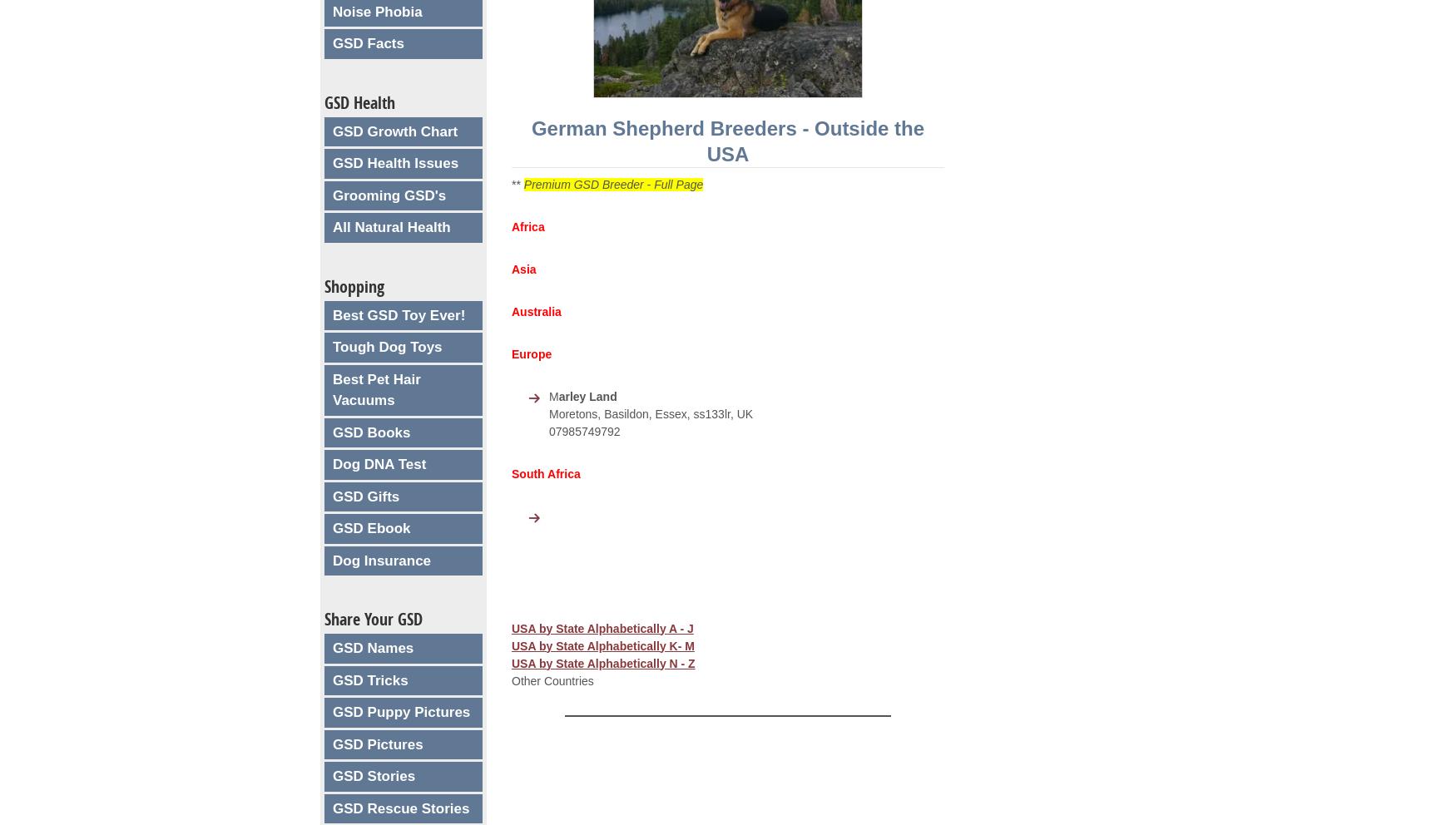 Image resolution: width=1456 pixels, height=825 pixels. Describe the element at coordinates (715, 775) in the screenshot. I see `'before bringing taking any of their German Shepherd Dogs or puppies home with you.'` at that location.